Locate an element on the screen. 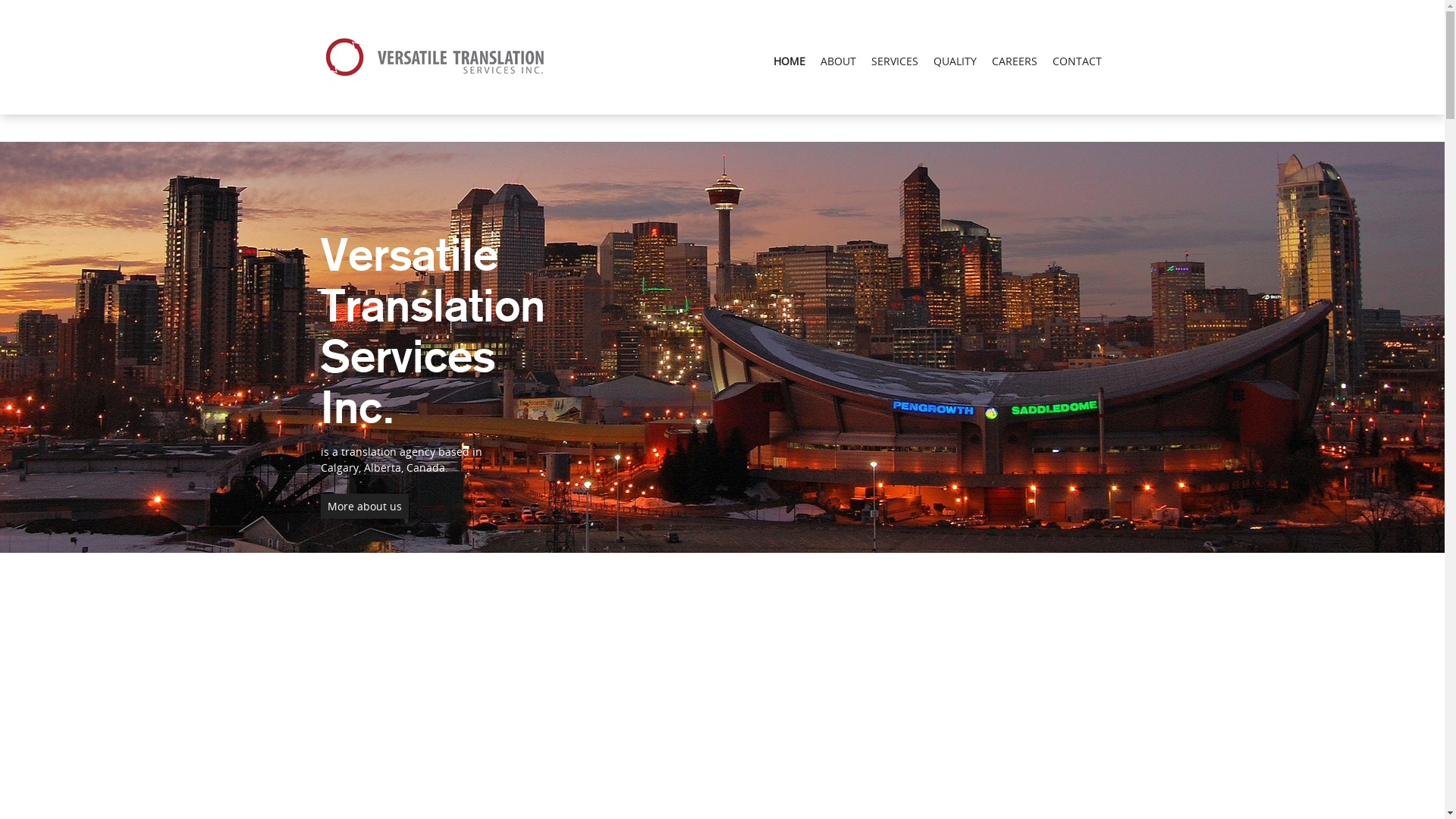 This screenshot has height=819, width=1456. 'More about us' is located at coordinates (364, 506).